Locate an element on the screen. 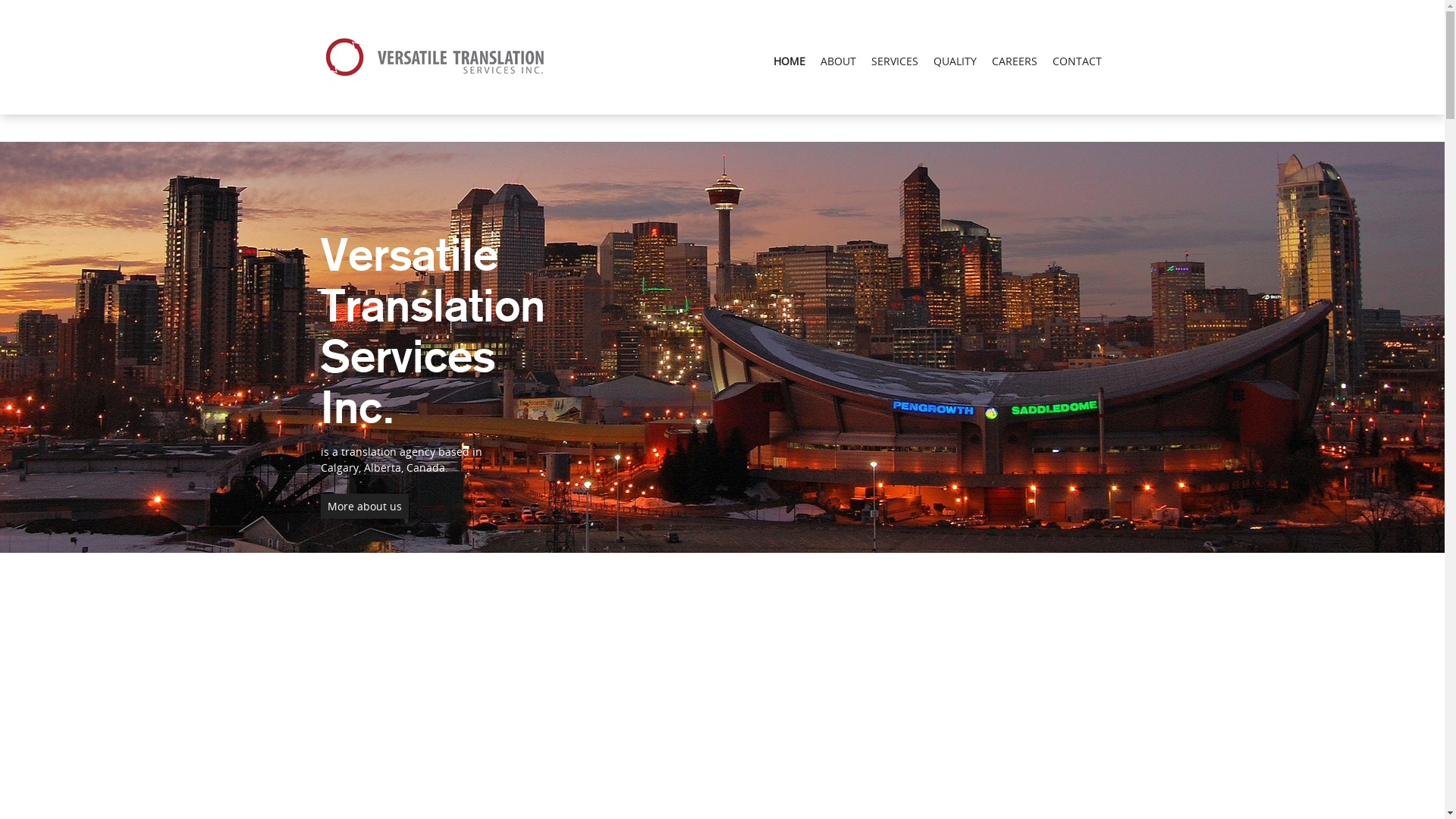 This screenshot has height=819, width=1456. 'More about us' is located at coordinates (364, 506).